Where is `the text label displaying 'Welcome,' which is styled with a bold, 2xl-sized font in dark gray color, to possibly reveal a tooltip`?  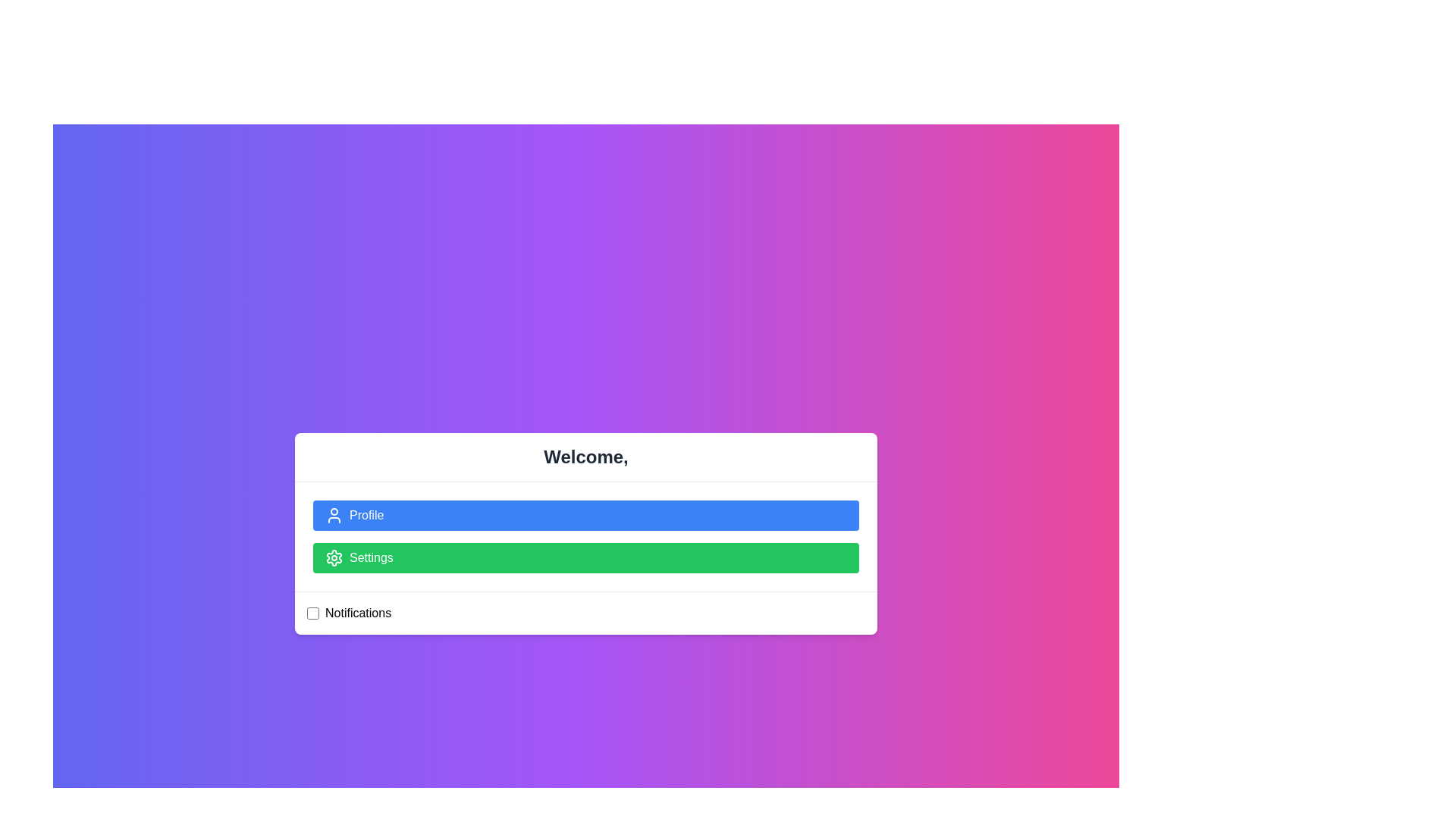
the text label displaying 'Welcome,' which is styled with a bold, 2xl-sized font in dark gray color, to possibly reveal a tooltip is located at coordinates (585, 456).